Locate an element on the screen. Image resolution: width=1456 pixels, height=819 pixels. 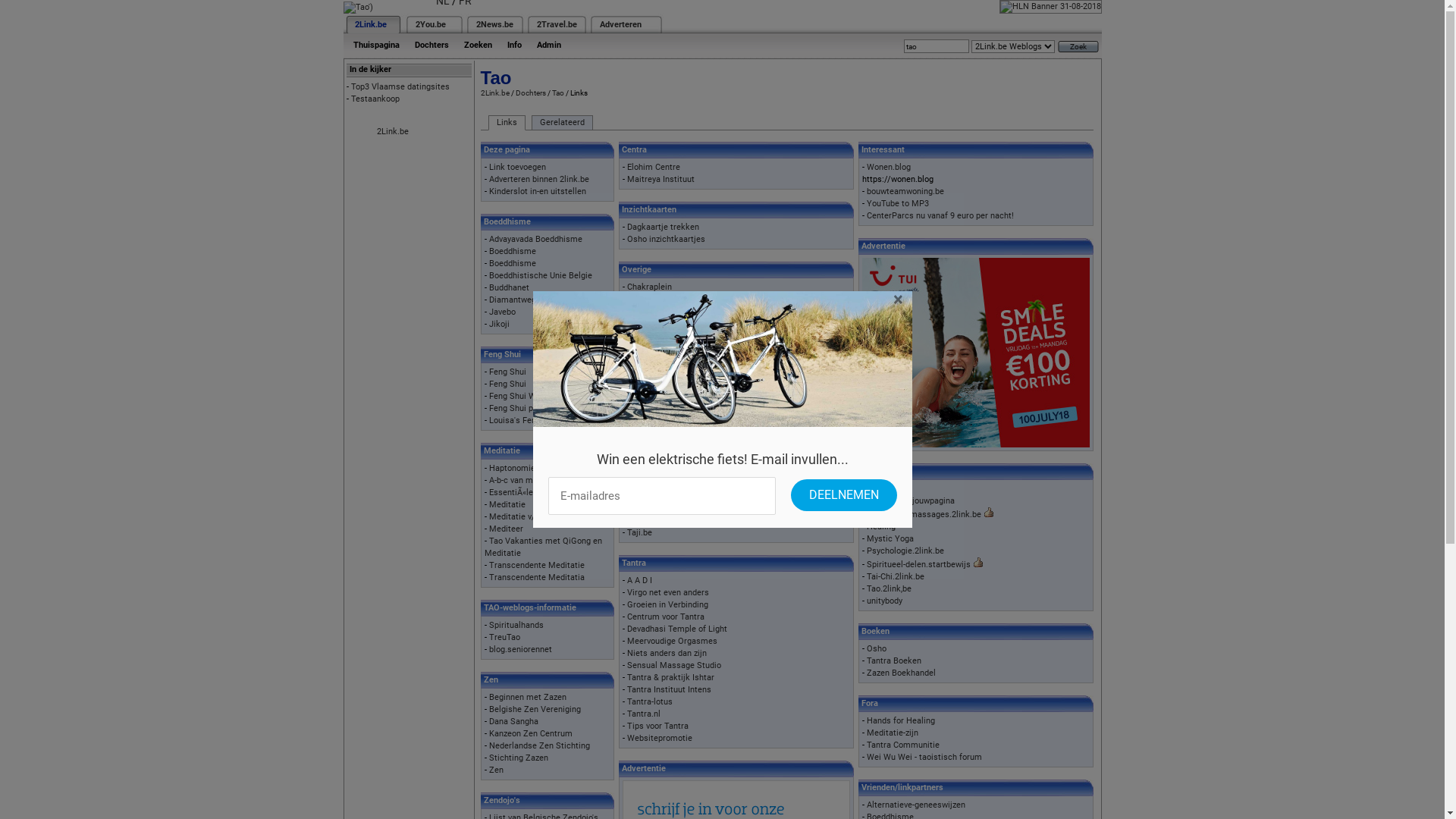
'Adverteren' is located at coordinates (620, 24).